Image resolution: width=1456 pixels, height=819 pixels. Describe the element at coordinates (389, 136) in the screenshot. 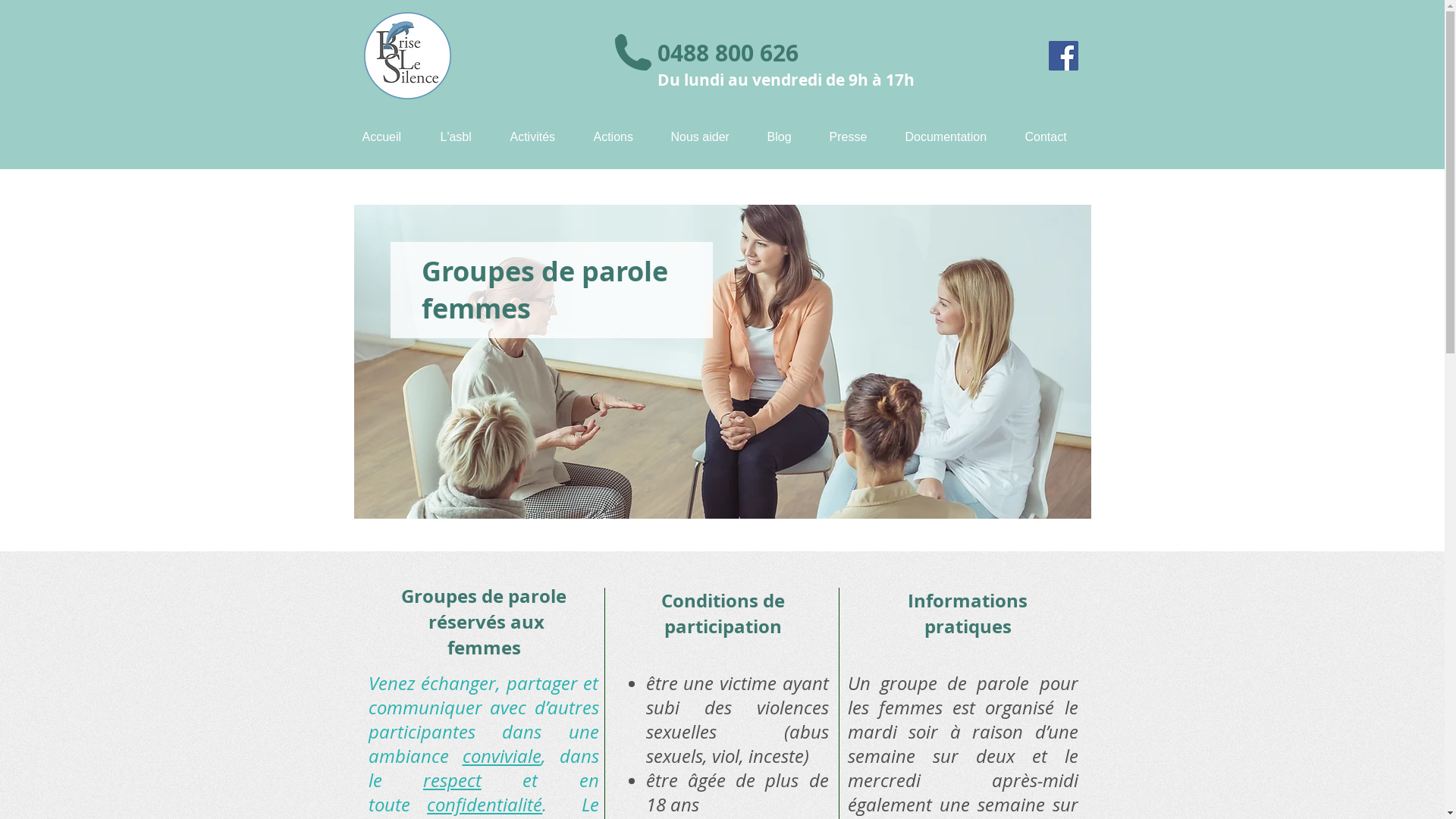

I see `'Accueil'` at that location.